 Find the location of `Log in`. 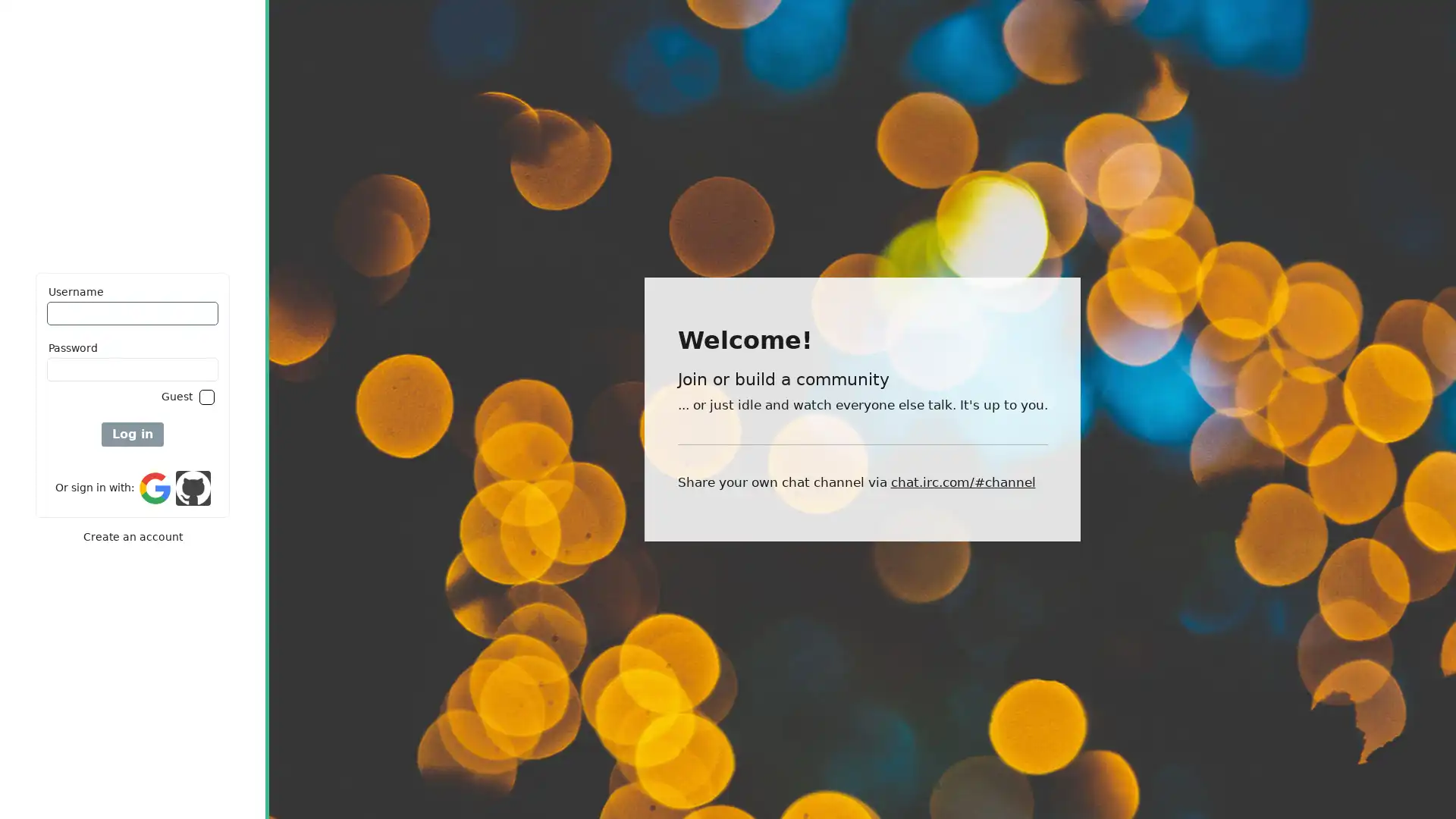

Log in is located at coordinates (132, 435).